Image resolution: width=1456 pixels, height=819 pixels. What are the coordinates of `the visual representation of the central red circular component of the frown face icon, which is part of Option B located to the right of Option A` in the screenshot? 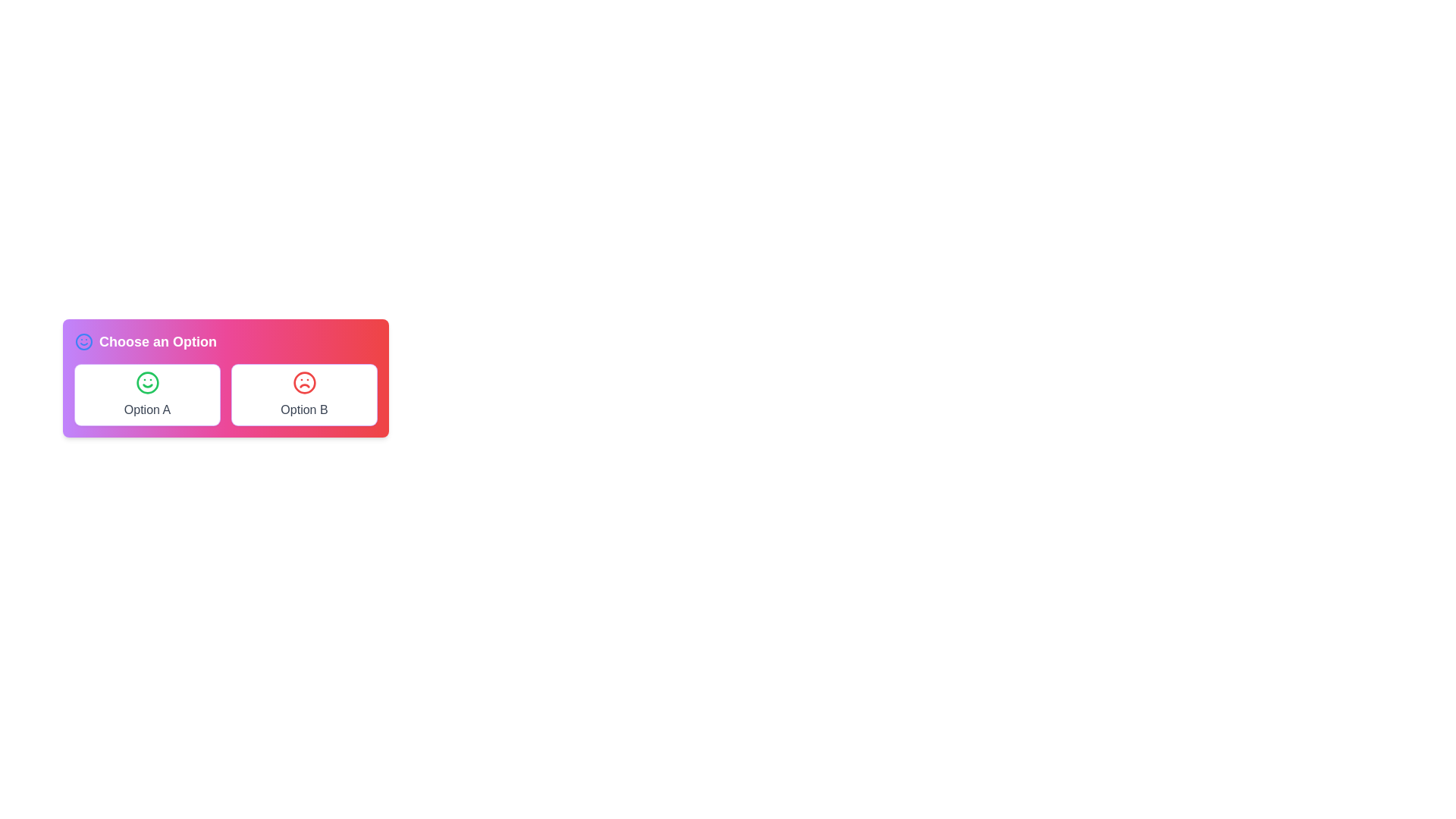 It's located at (303, 382).